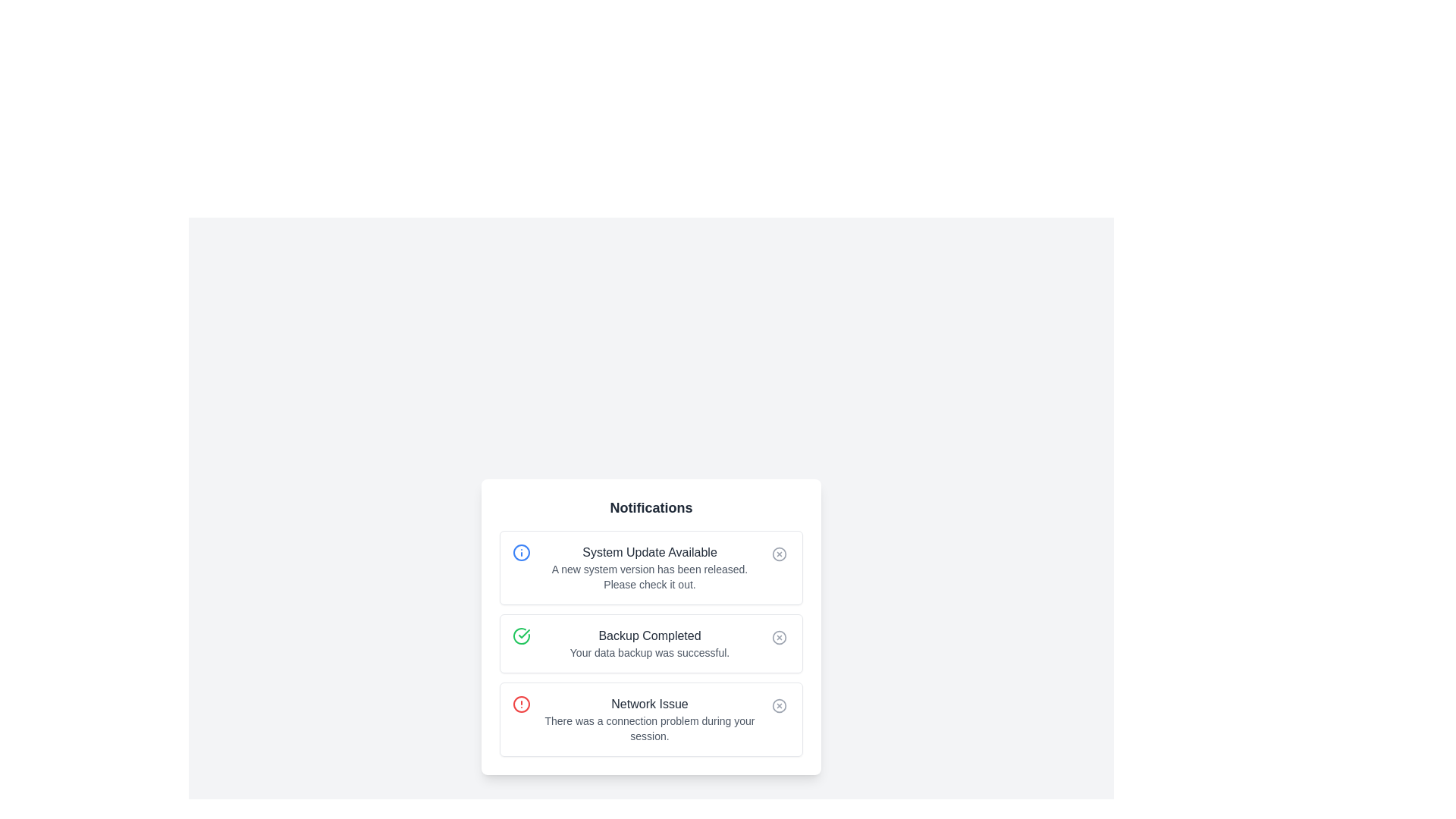 This screenshot has width=1456, height=819. I want to click on the text label that reads 'Network Issue', which is styled in a medium-weight font and is the main title of the third notification entry in the list, so click(650, 704).